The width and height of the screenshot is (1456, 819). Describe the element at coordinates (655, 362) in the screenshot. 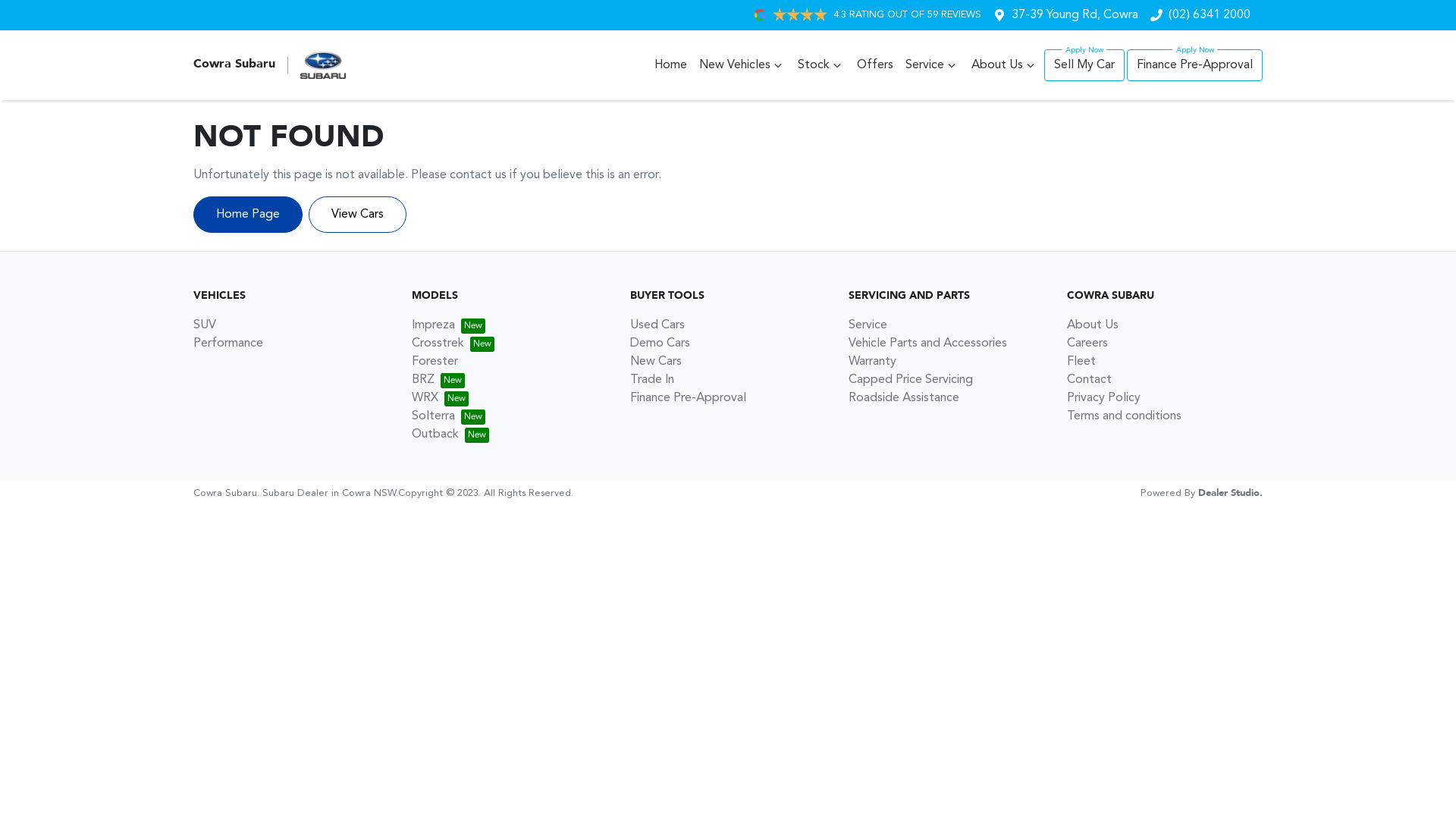

I see `'New Cars'` at that location.